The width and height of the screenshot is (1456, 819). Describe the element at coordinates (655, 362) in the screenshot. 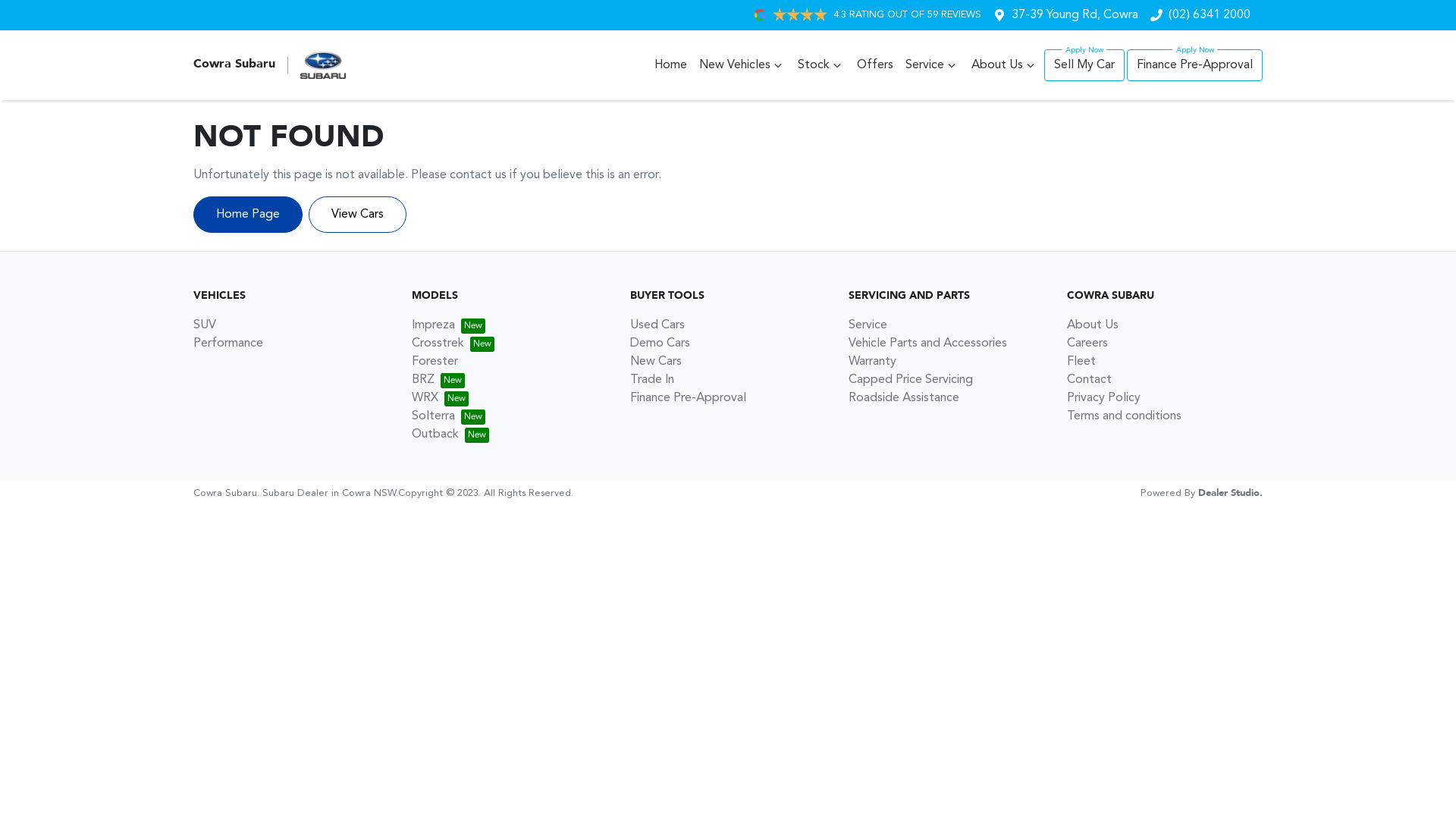

I see `'New Cars'` at that location.